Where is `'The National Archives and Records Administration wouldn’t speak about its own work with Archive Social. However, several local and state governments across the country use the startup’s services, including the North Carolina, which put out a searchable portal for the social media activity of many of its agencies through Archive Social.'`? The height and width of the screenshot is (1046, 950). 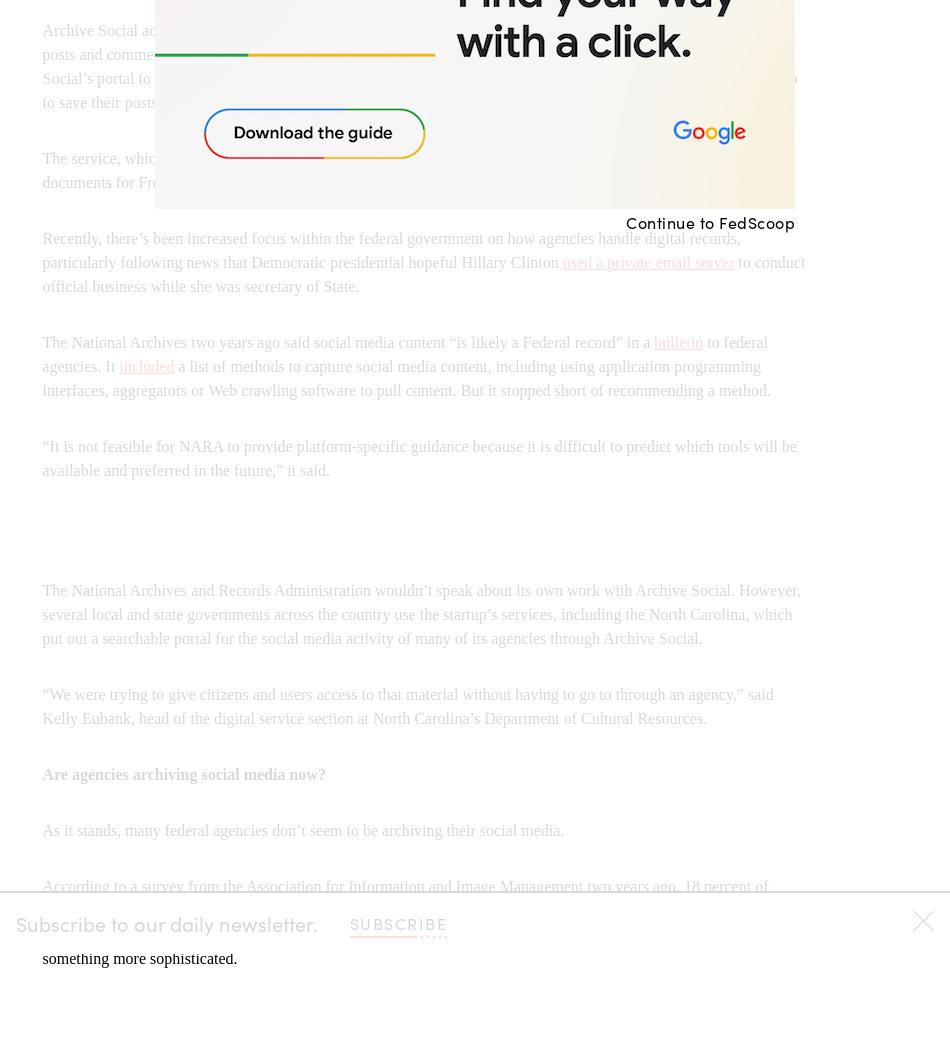
'The National Archives and Records Administration wouldn’t speak about its own work with Archive Social. However, several local and state governments across the country use the startup’s services, including the North Carolina, which put out a searchable portal for the social media activity of many of its agencies through Archive Social.' is located at coordinates (420, 614).